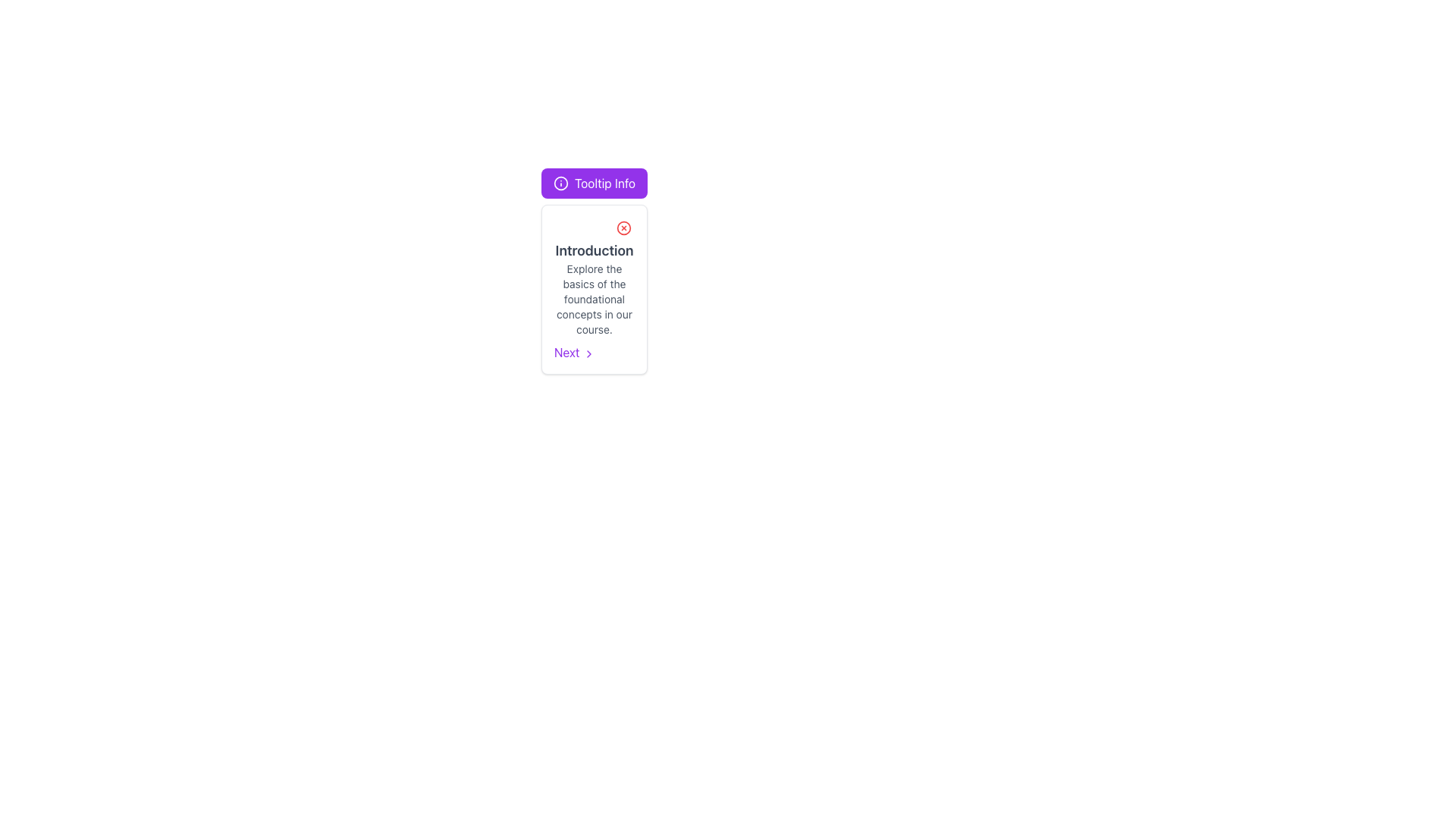 The height and width of the screenshot is (819, 1456). I want to click on the 'Next' button labeled in purple at the bottom of the 'Introduction' card, so click(573, 353).